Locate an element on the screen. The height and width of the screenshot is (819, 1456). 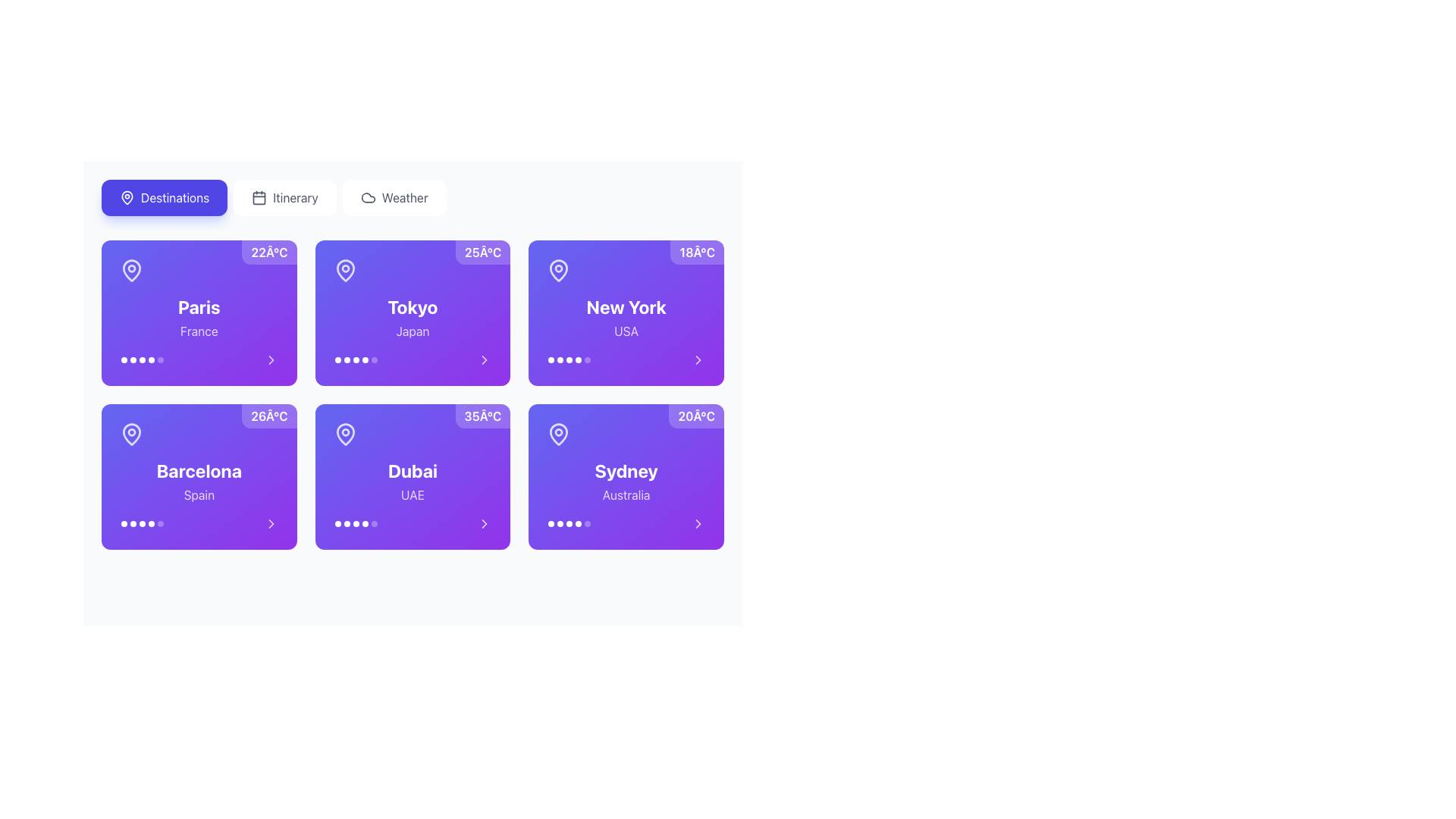
the temperature label displaying '20°C' with a white font on a semi-transparent background, located at the top-right corner of the purple Sydney card is located at coordinates (695, 416).